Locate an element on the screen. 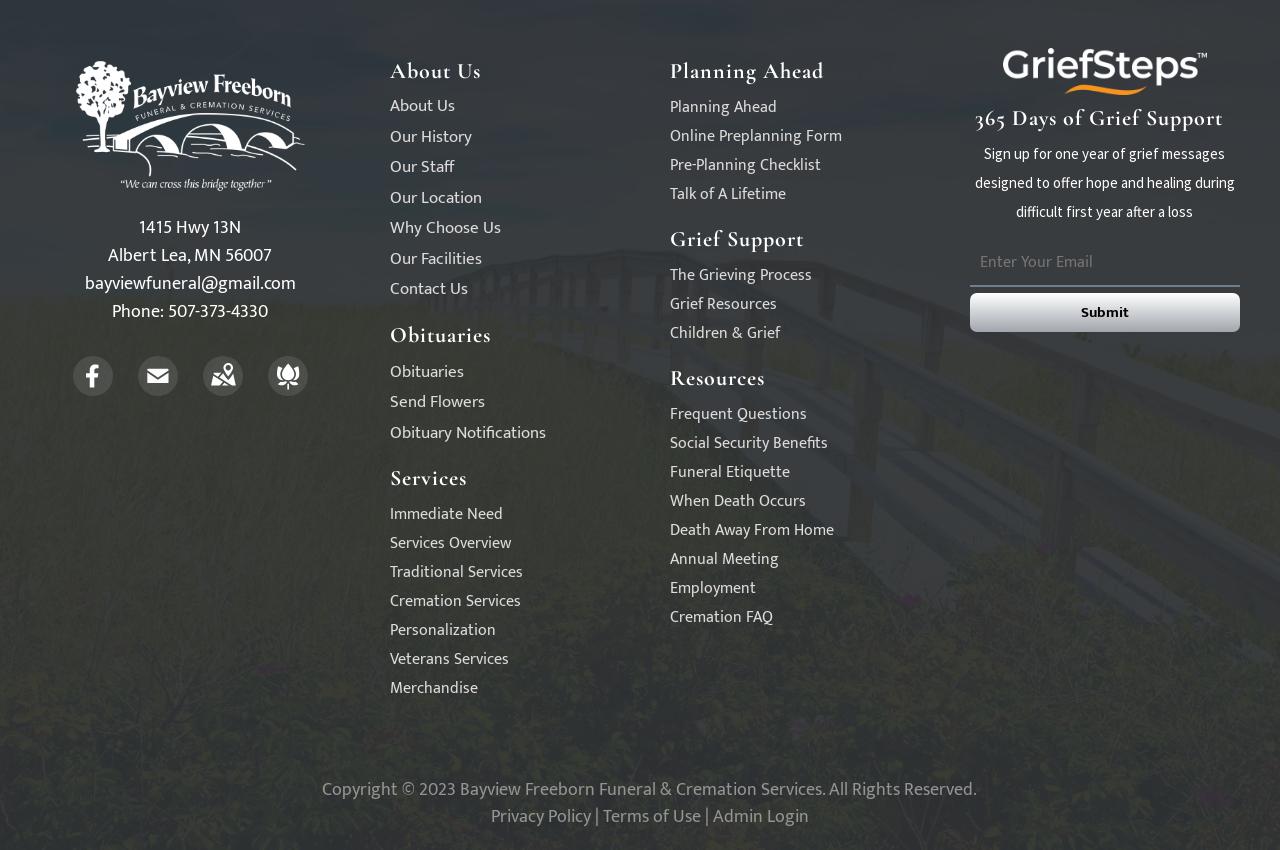 The width and height of the screenshot is (1280, 850). 'Services' is located at coordinates (427, 478).